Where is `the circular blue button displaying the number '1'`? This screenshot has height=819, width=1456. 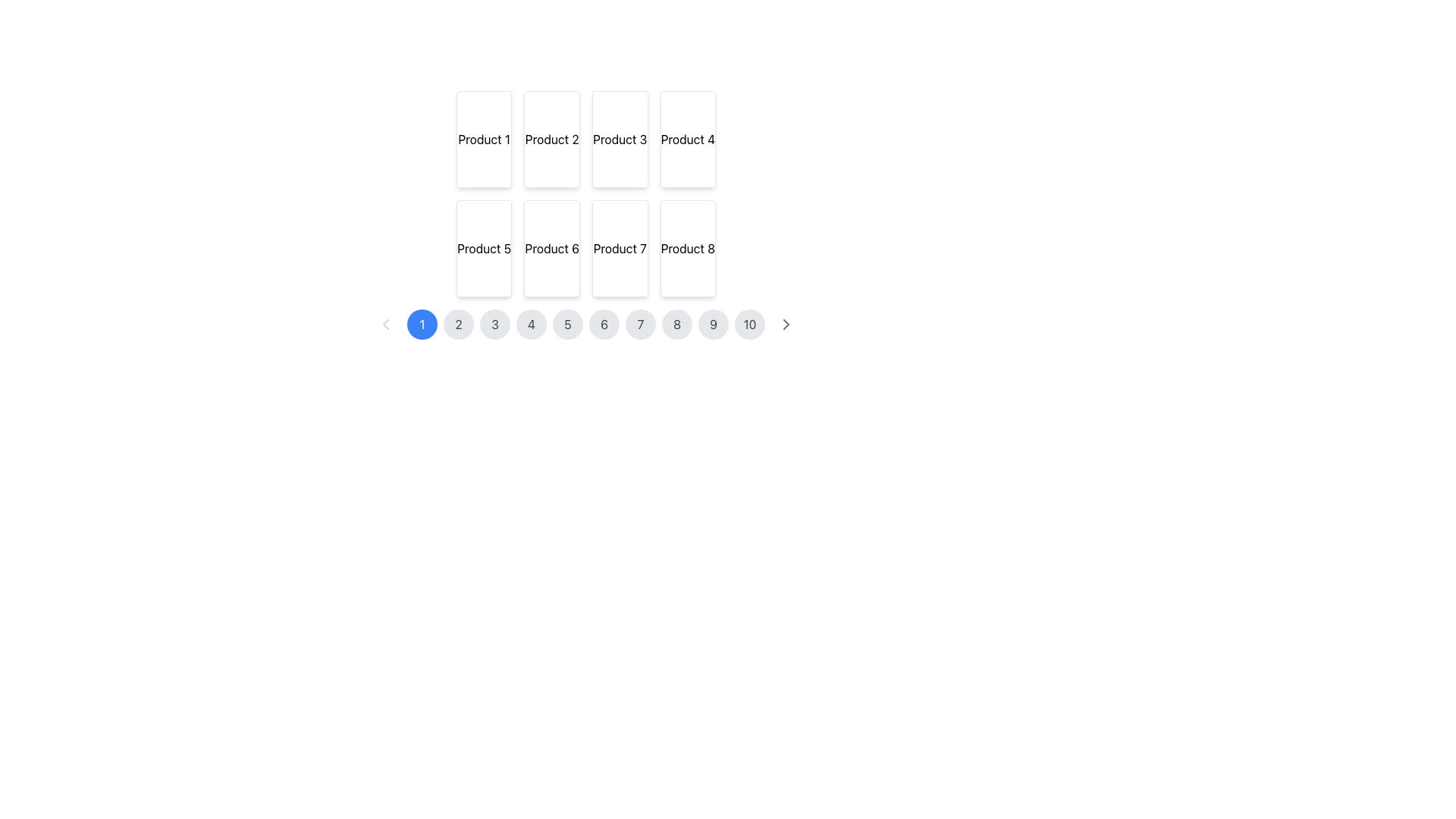
the circular blue button displaying the number '1' is located at coordinates (422, 324).